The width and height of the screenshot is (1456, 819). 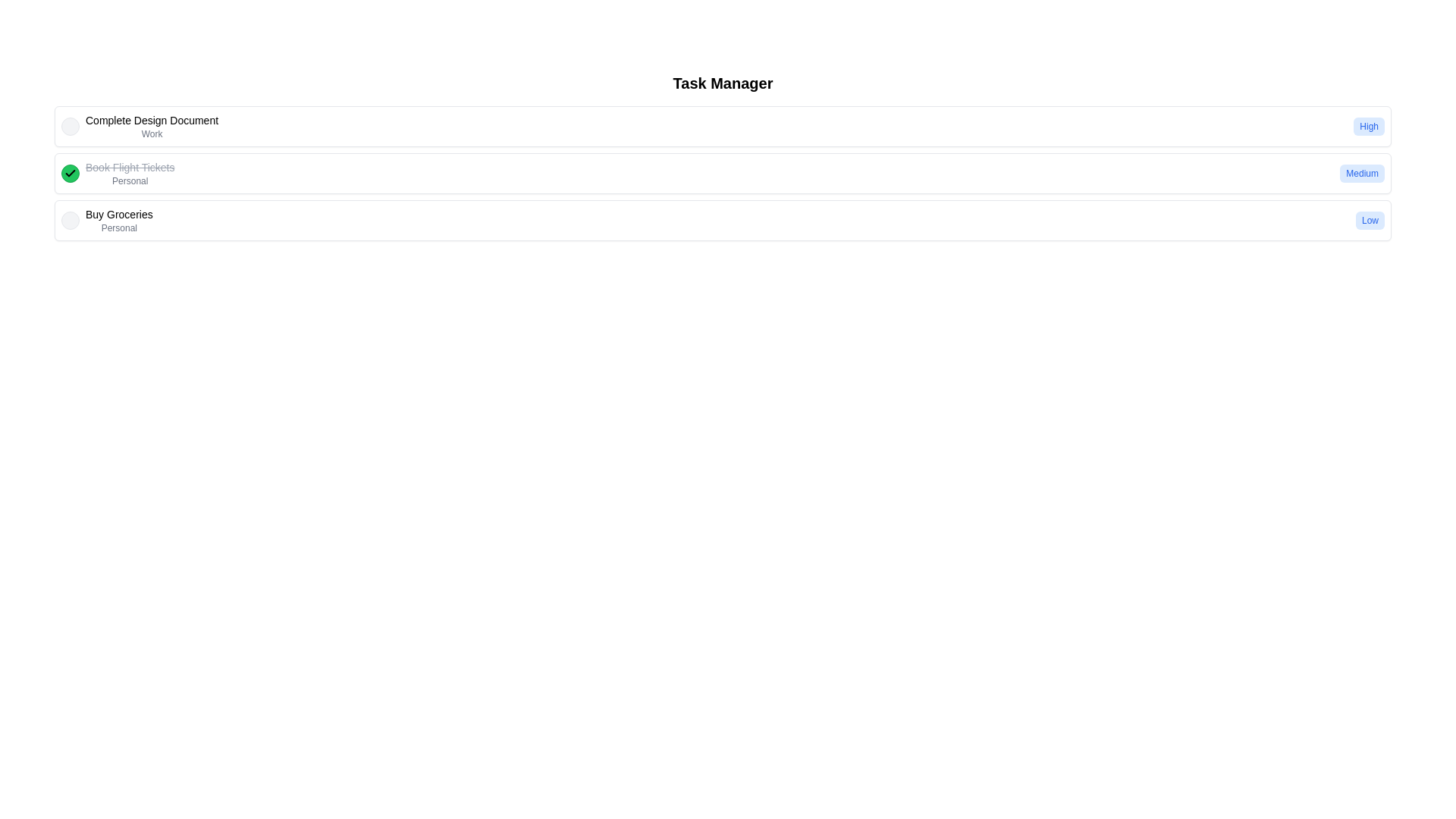 What do you see at coordinates (117, 172) in the screenshot?
I see `the green circular checkmark icon of the completed task 'Book Flight Tickets' in the to-do list` at bounding box center [117, 172].